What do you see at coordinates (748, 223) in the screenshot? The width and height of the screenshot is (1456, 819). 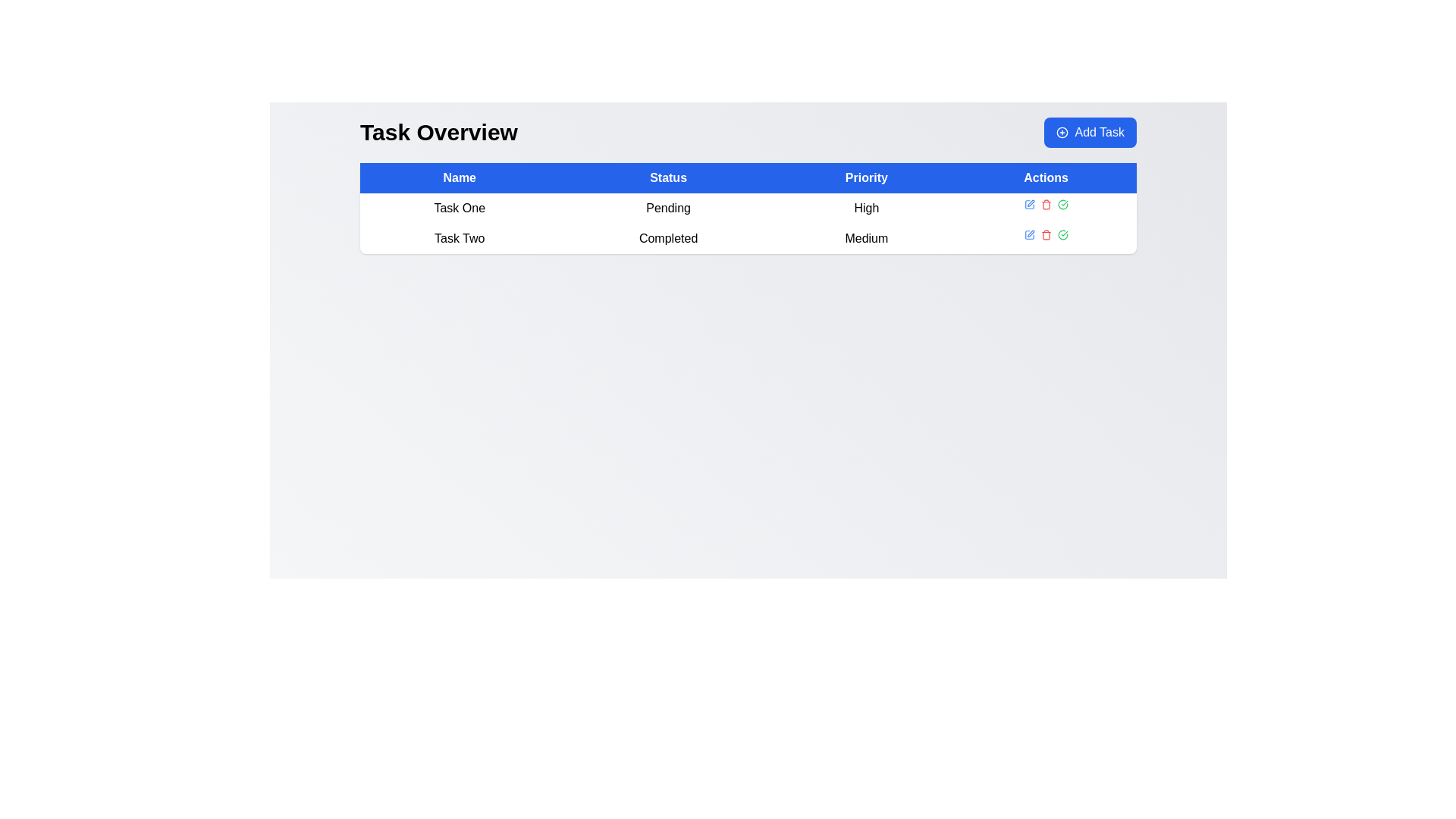 I see `the first data row in the table displaying 'Task OnePendingHigh'` at bounding box center [748, 223].